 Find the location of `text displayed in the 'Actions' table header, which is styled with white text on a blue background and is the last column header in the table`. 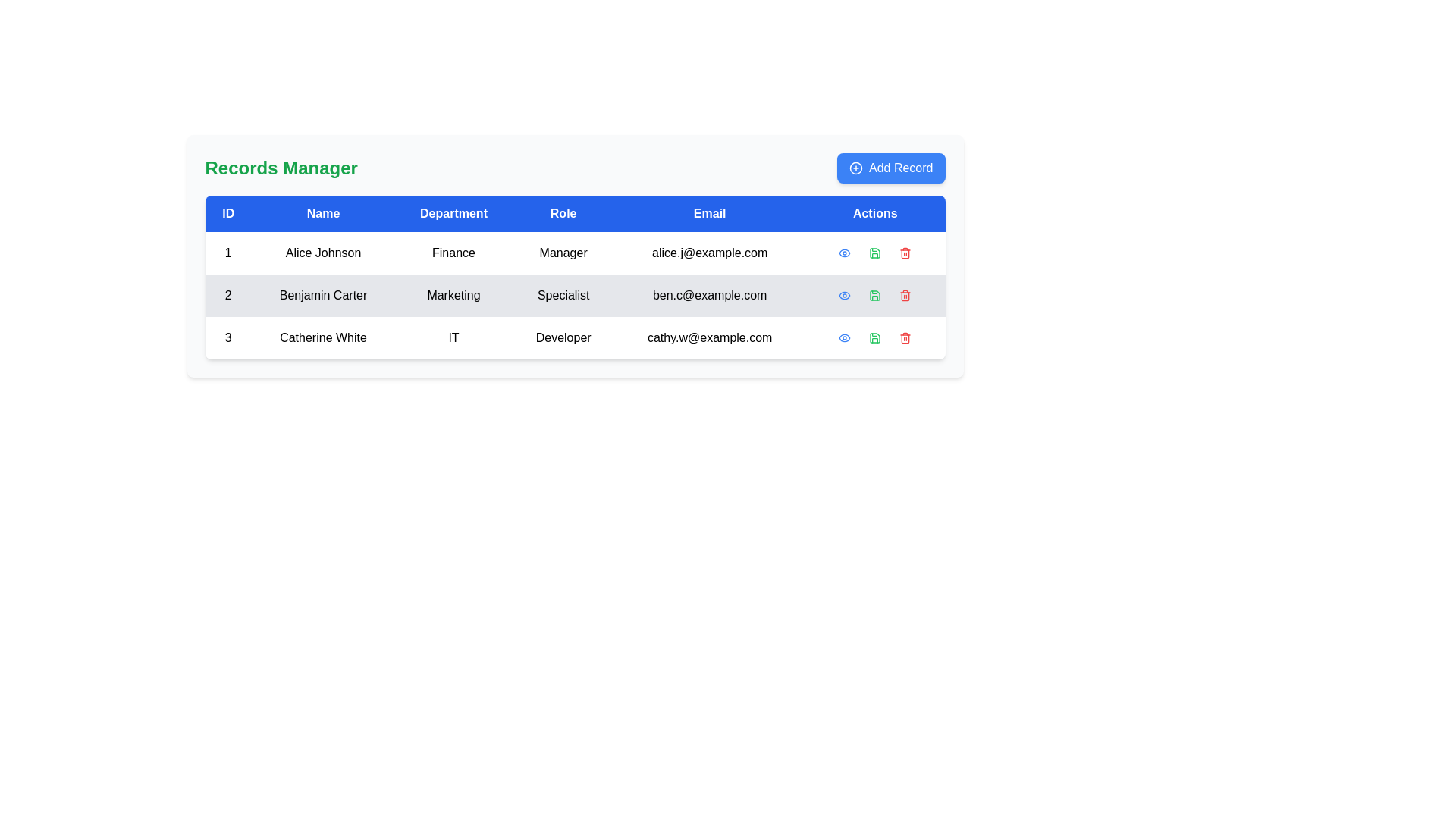

text displayed in the 'Actions' table header, which is styled with white text on a blue background and is the last column header in the table is located at coordinates (875, 213).